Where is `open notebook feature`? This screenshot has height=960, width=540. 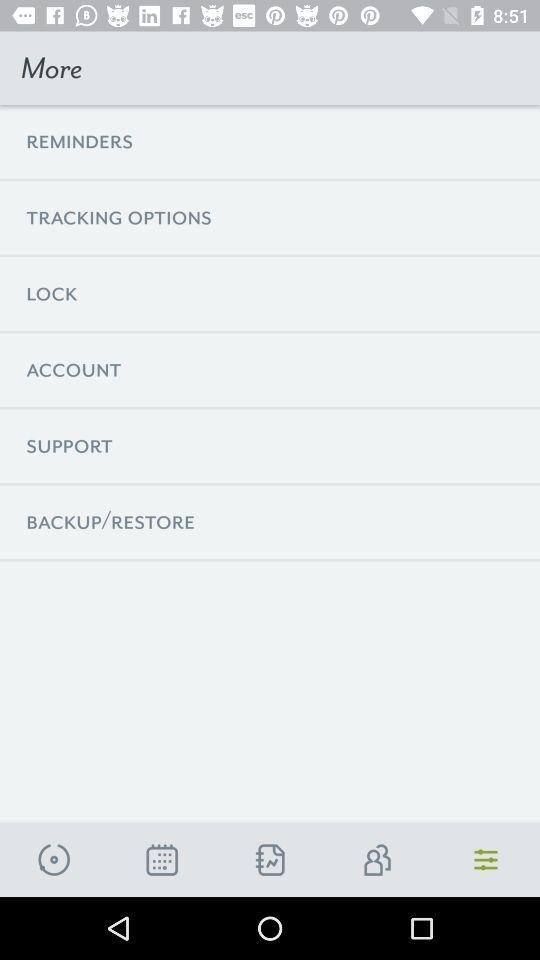 open notebook feature is located at coordinates (270, 859).